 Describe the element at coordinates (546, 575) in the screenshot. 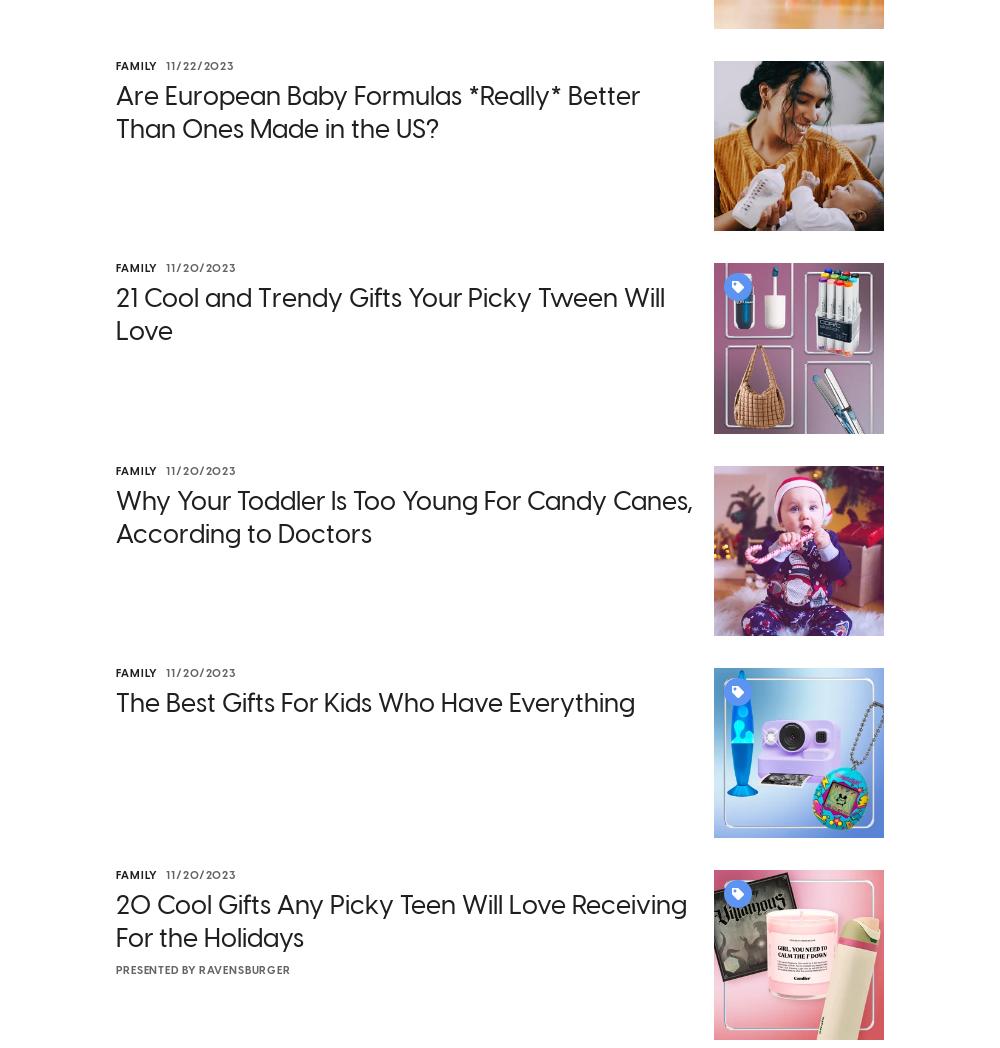

I see `'was awarded'` at that location.